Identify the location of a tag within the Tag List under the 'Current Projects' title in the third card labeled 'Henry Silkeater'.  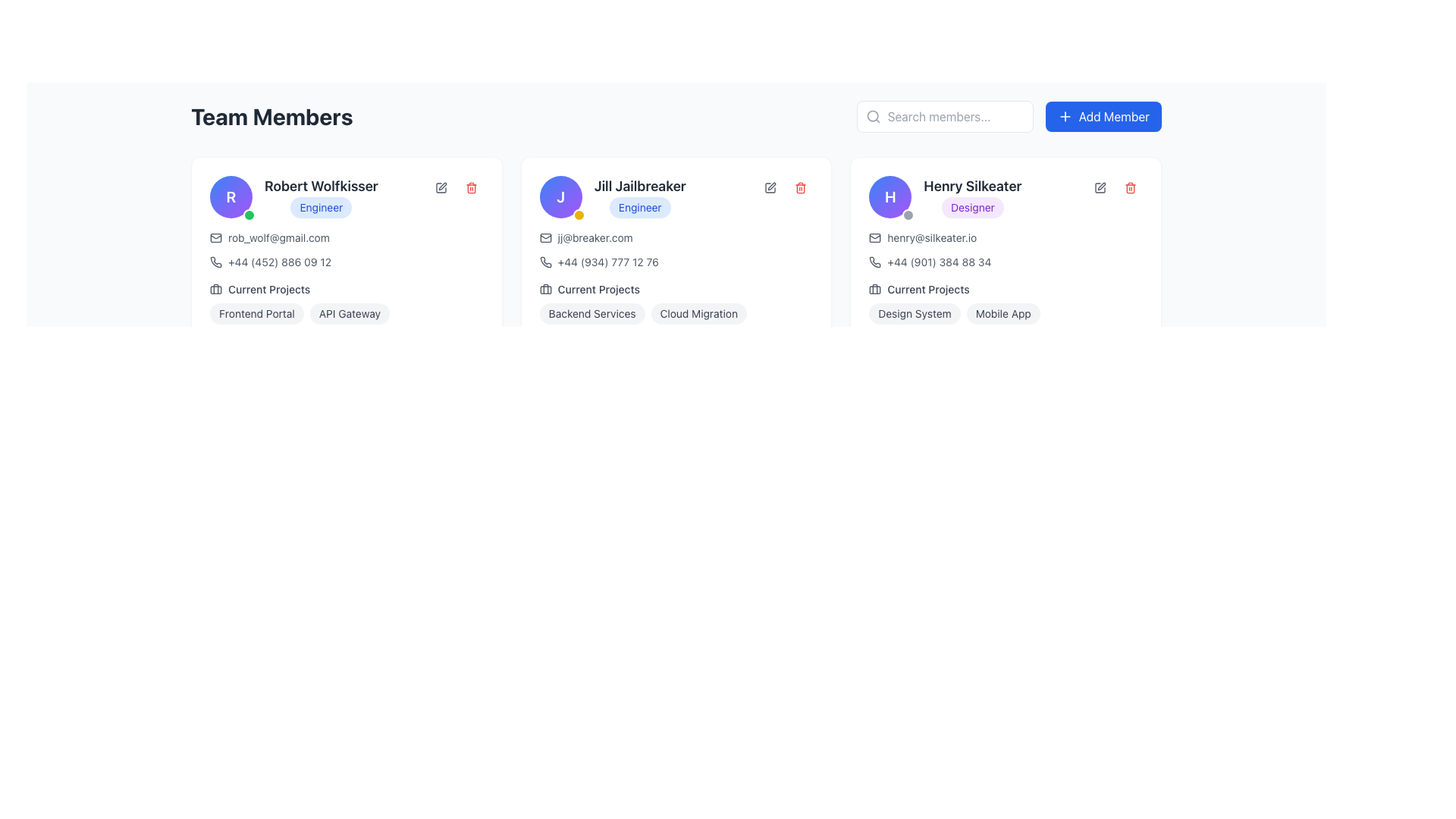
(1006, 303).